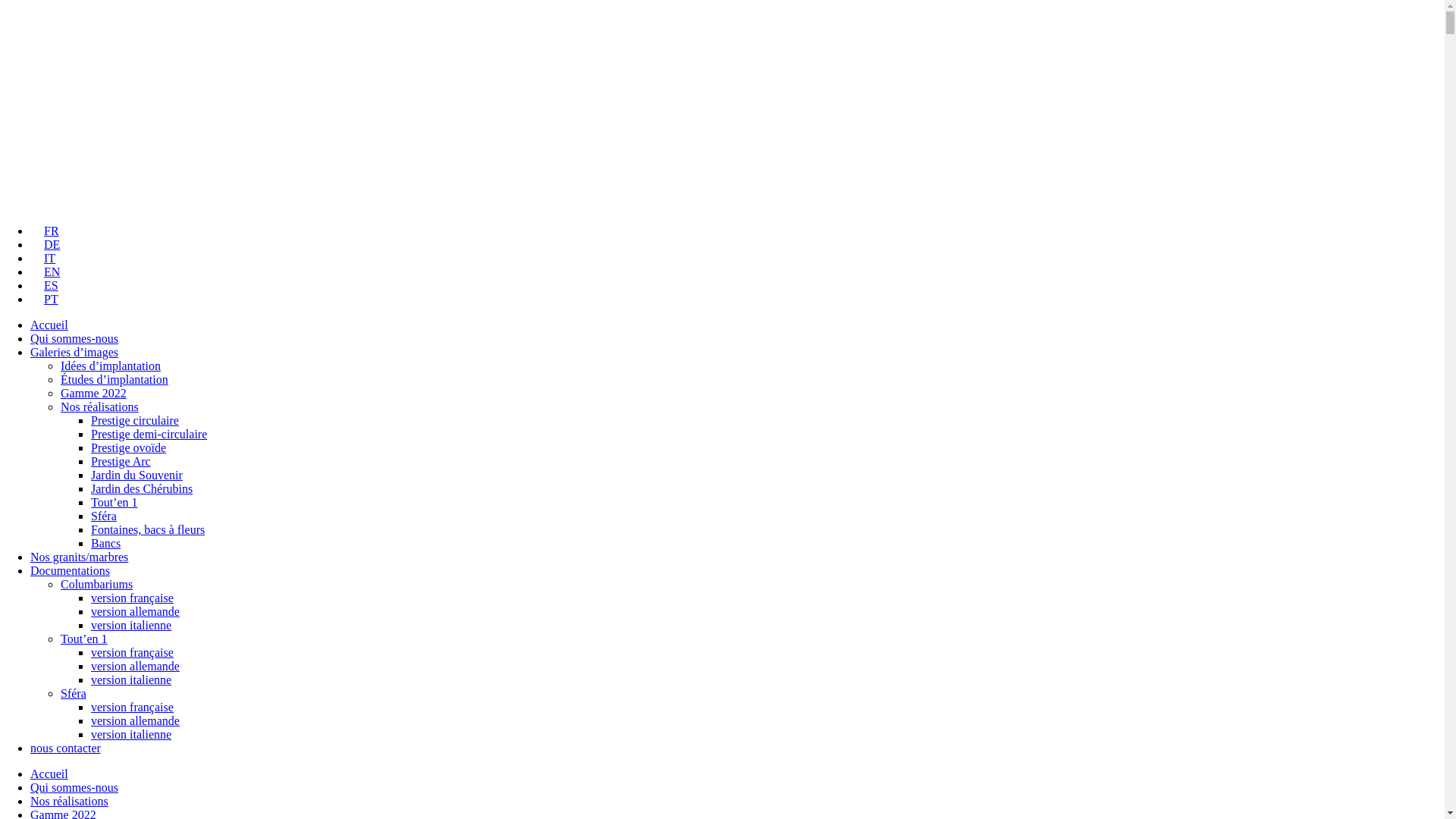 Image resolution: width=1456 pixels, height=819 pixels. I want to click on 'Accueil', so click(49, 773).